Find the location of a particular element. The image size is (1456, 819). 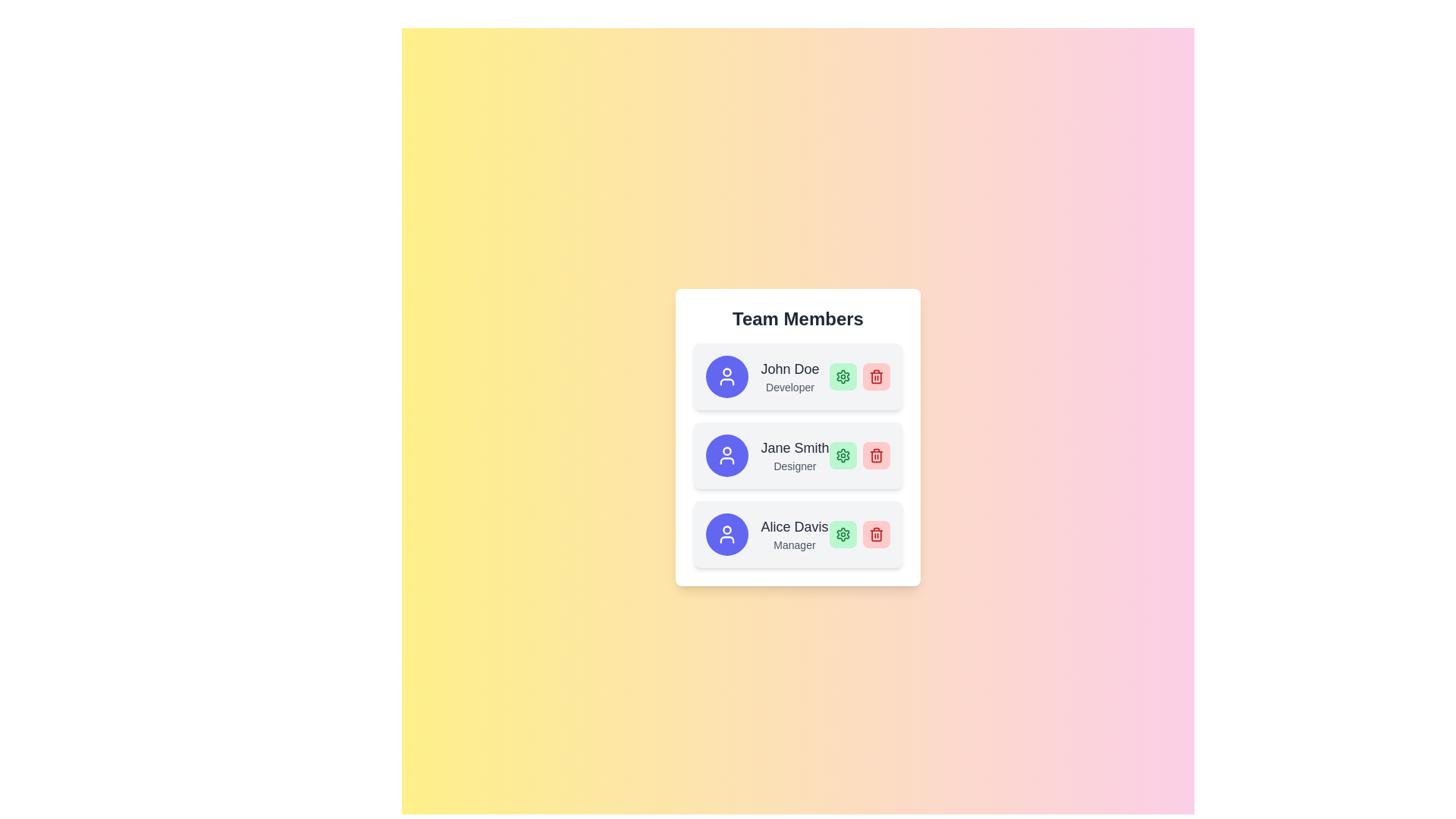

the delete button with an icon located to the right of the 'John Doe' entry in the team members list is located at coordinates (876, 376).